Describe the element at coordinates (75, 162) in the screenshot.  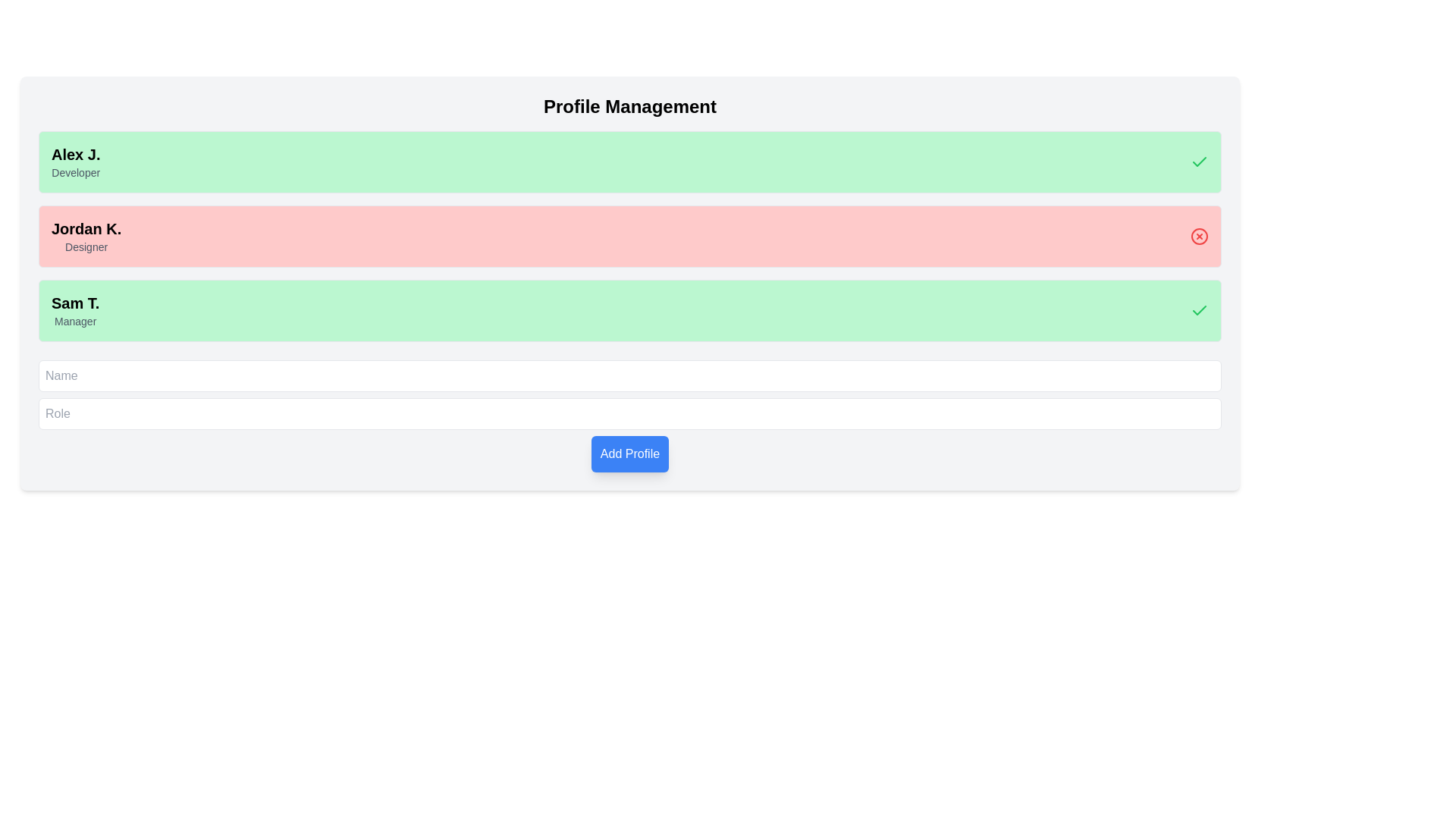
I see `the text label displaying 'Alex J.' and 'Developer' on the green background in the top left of the profile card` at that location.